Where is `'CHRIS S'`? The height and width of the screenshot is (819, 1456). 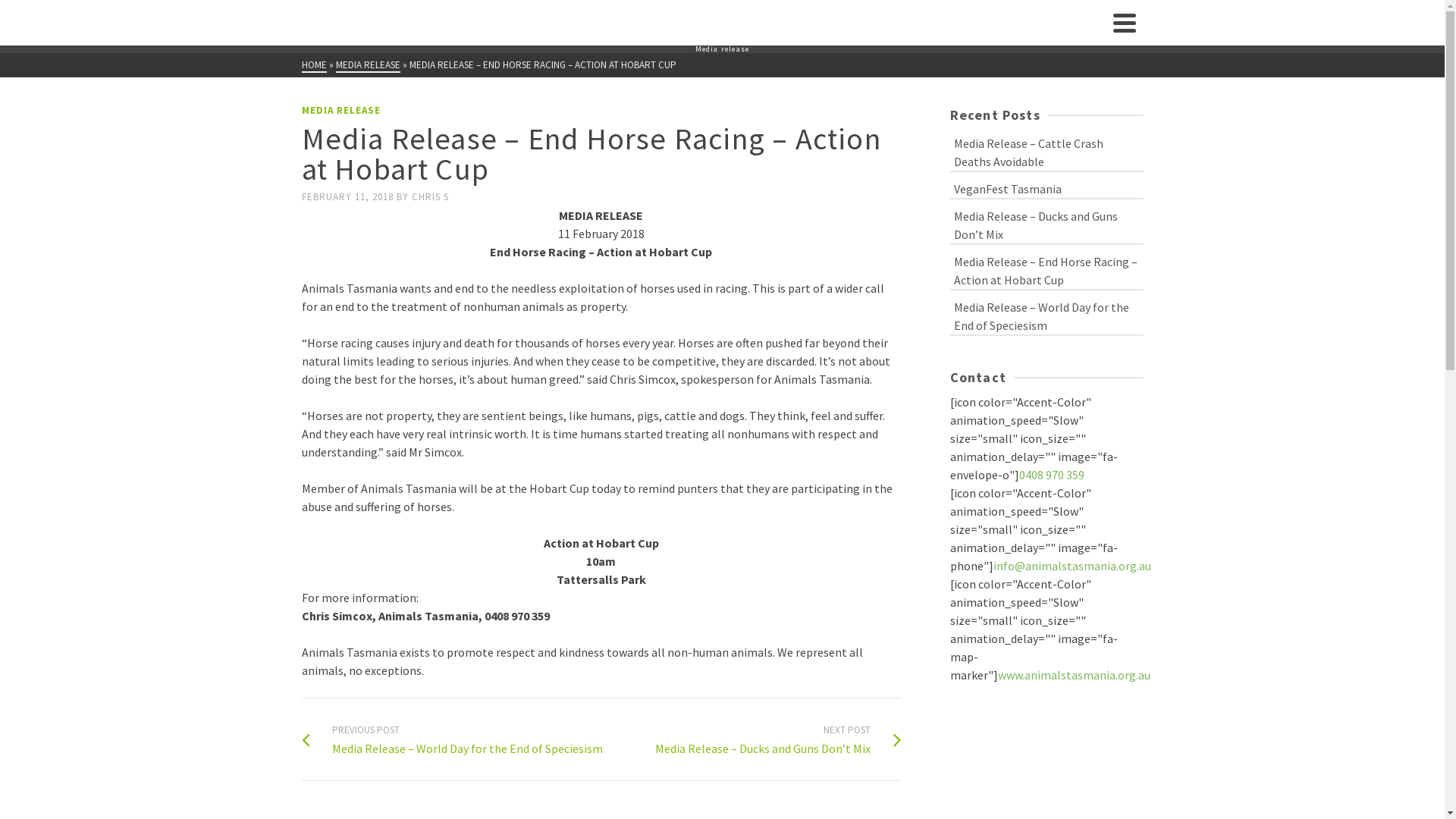 'CHRIS S' is located at coordinates (428, 196).